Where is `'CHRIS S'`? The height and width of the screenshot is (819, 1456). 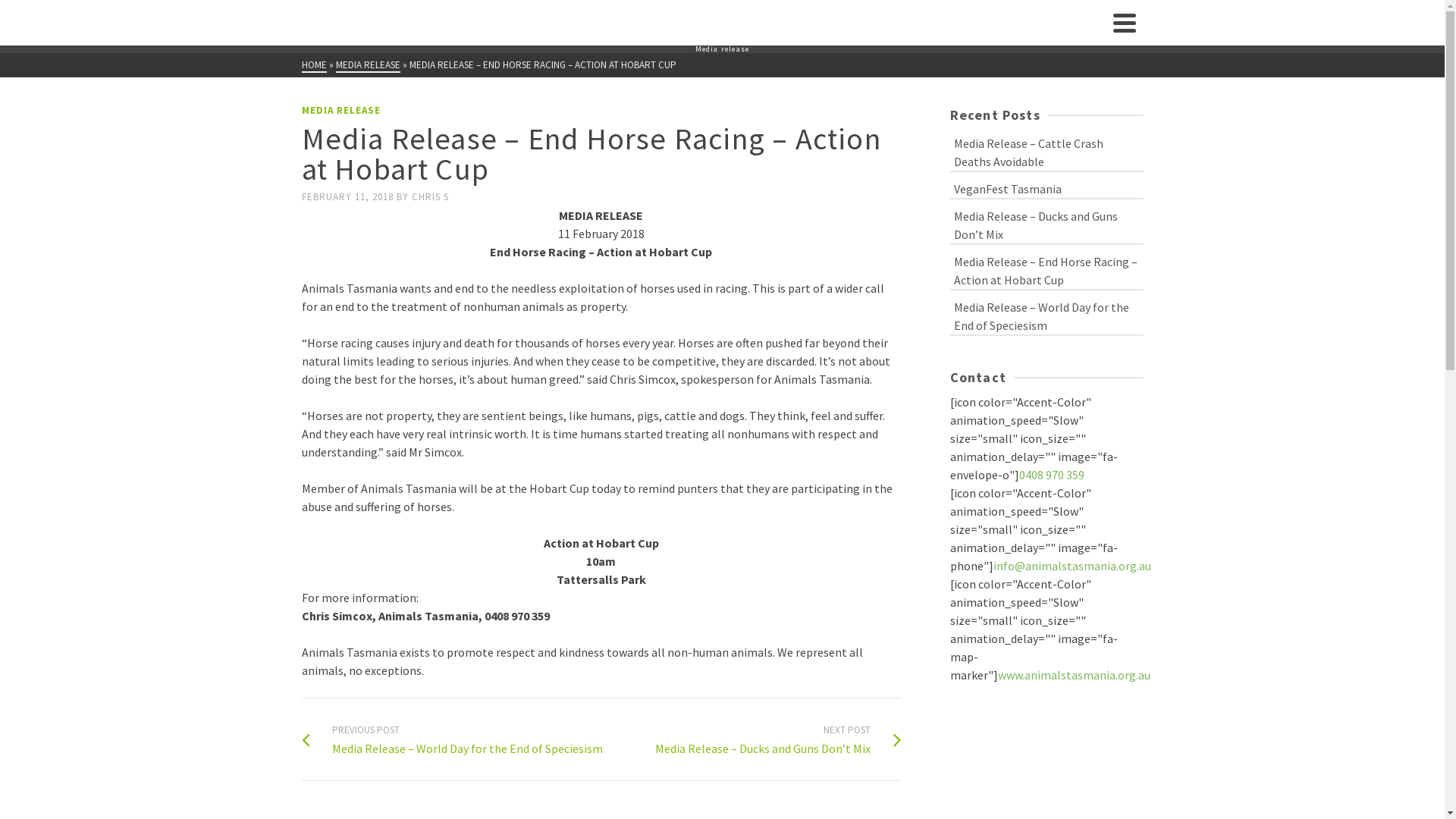 'CHRIS S' is located at coordinates (428, 196).